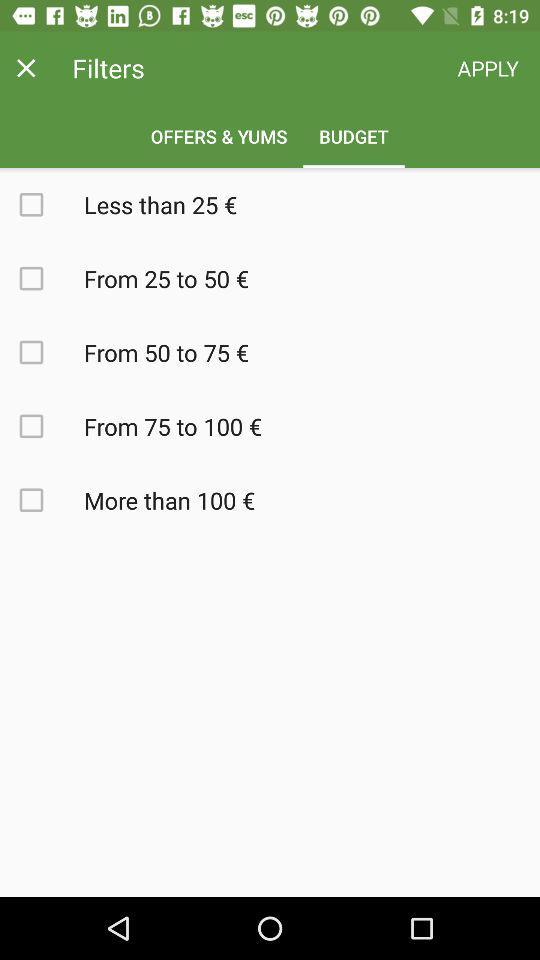 This screenshot has height=960, width=540. What do you see at coordinates (25, 68) in the screenshot?
I see `the close icon` at bounding box center [25, 68].